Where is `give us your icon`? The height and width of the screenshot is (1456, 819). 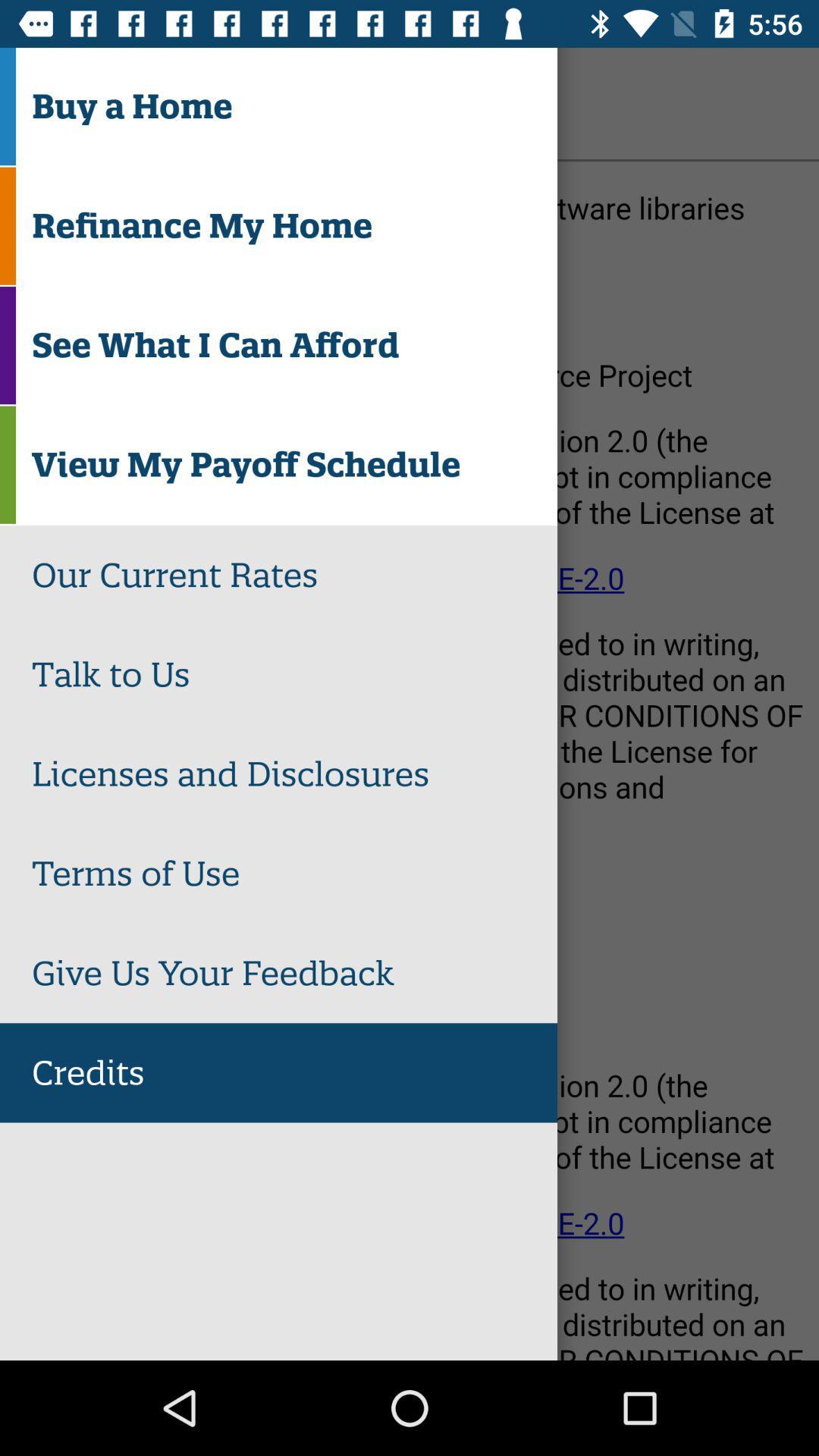
give us your icon is located at coordinates (294, 973).